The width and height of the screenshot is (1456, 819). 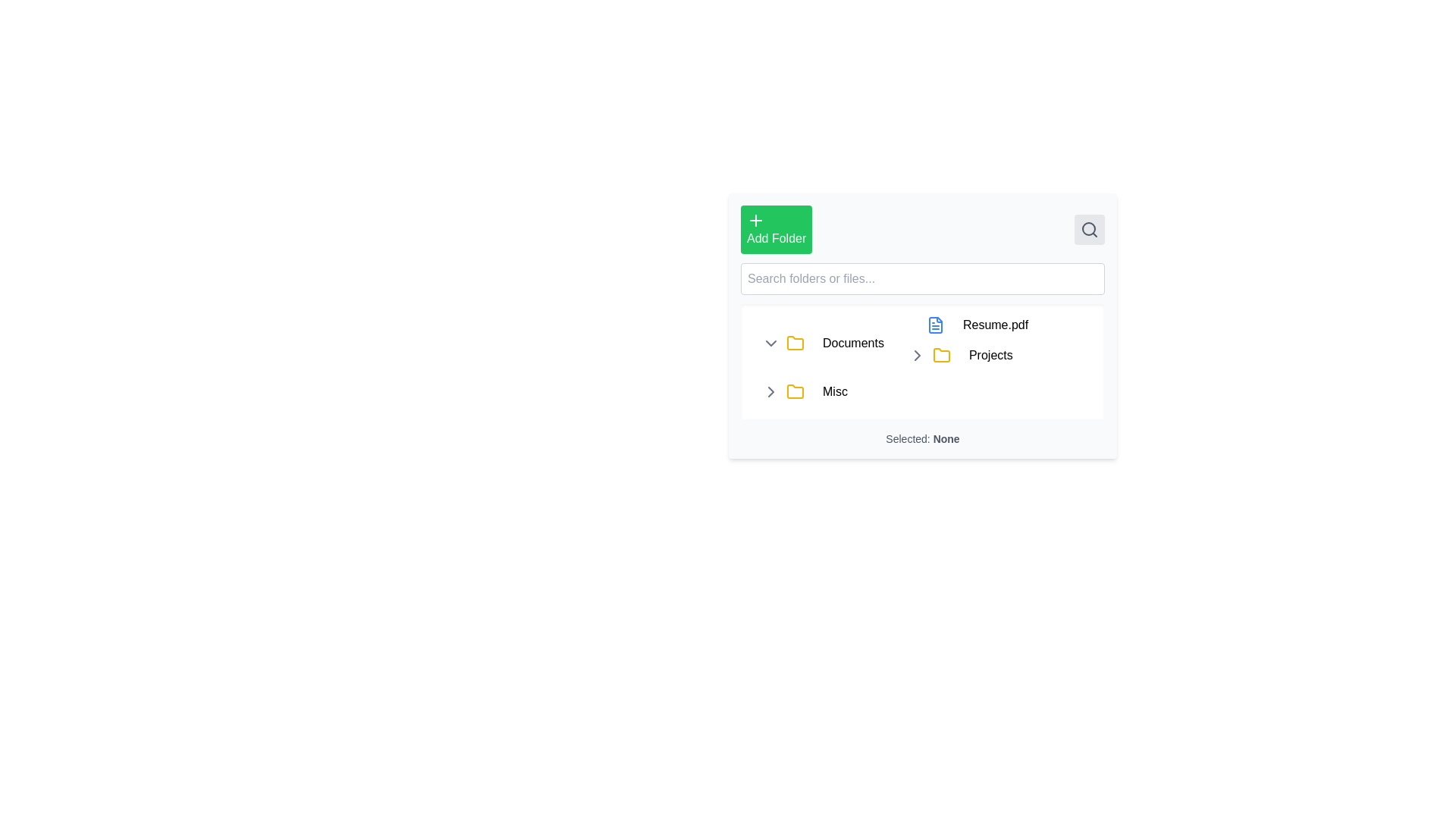 I want to click on the text label 'Resume.pdfProjects' within the file tree under 'Documents' which is styled with the class 'pl-4', so click(x=964, y=343).